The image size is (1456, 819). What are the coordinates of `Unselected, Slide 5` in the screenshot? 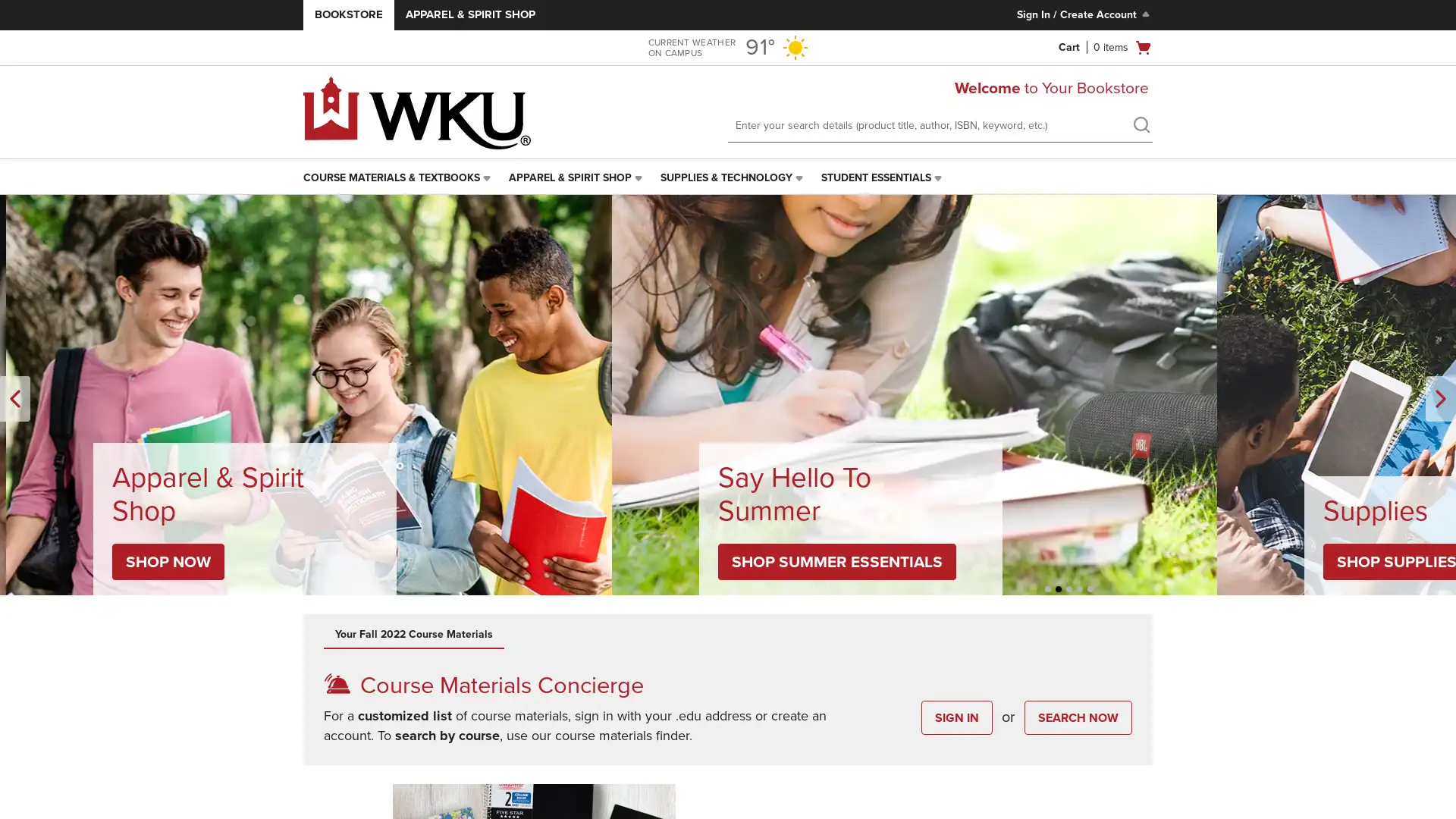 It's located at (1090, 588).